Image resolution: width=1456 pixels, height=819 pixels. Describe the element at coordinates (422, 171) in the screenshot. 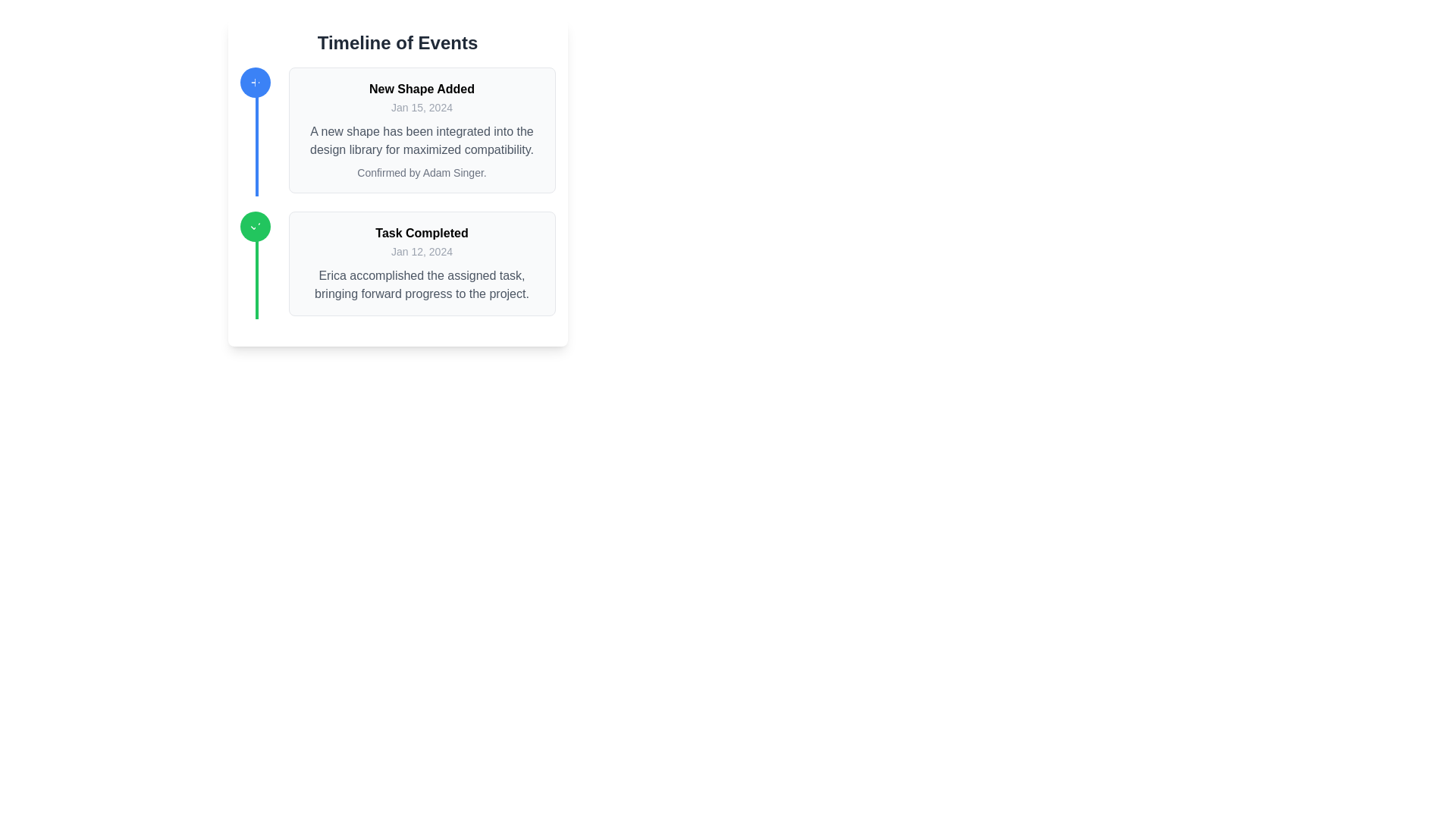

I see `text block displaying the message 'Confirmed by Adam Singer.' located at the bottom of the card titled 'New Shape Added' in a timeline interface` at that location.